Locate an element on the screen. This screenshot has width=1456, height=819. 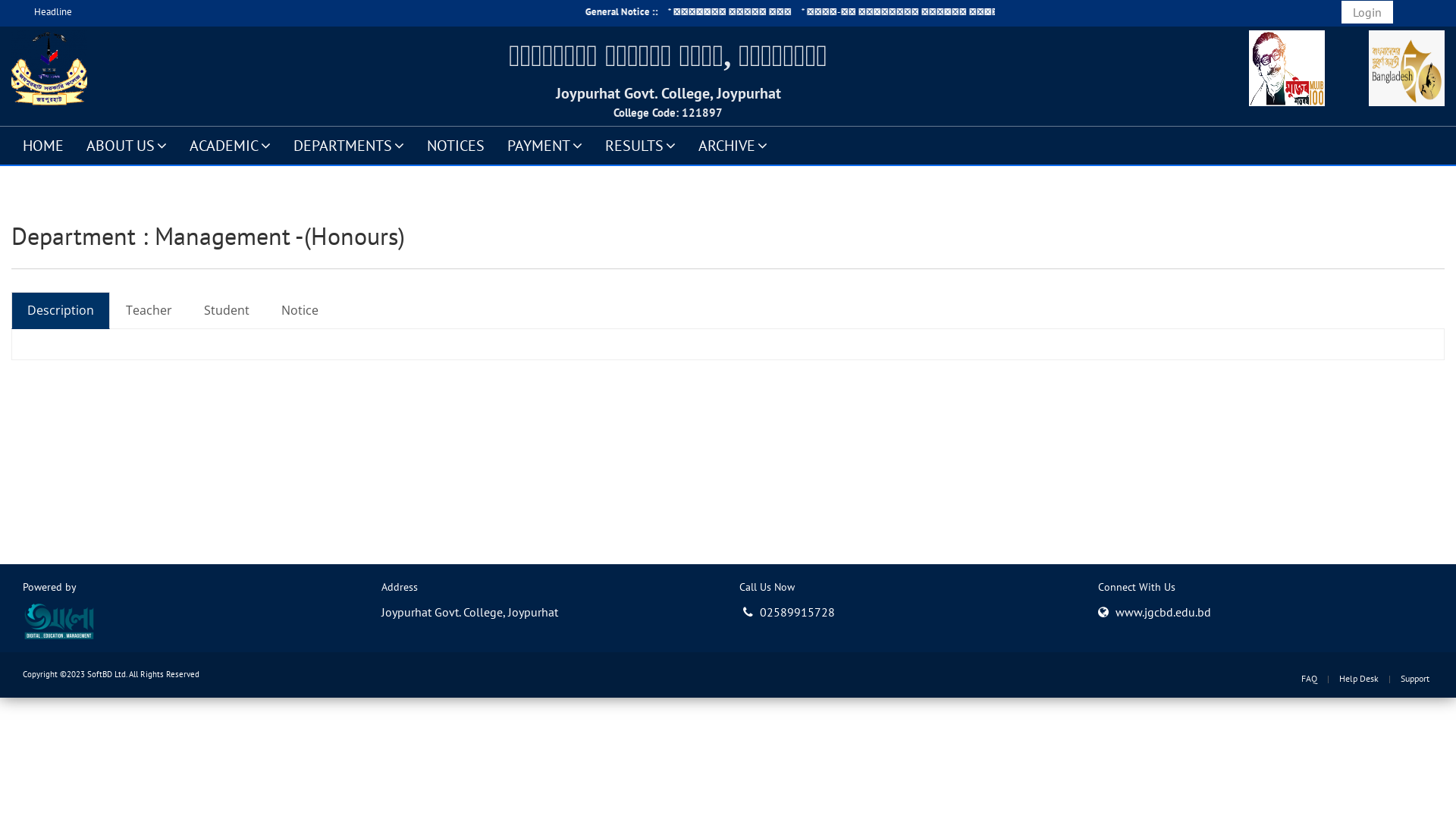
'ARCHIVE' is located at coordinates (733, 145).